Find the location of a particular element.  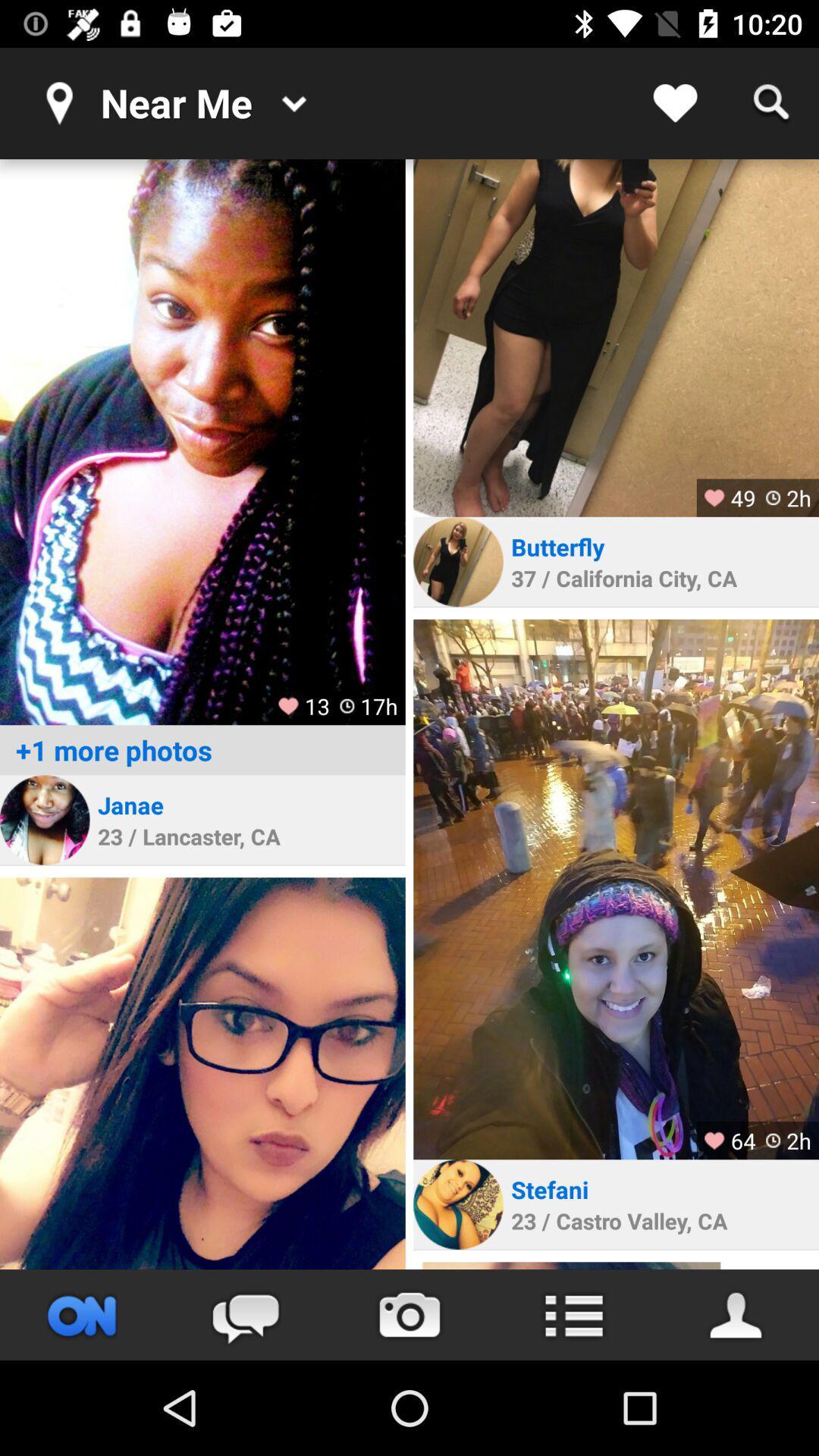

take a picture is located at coordinates (409, 1314).